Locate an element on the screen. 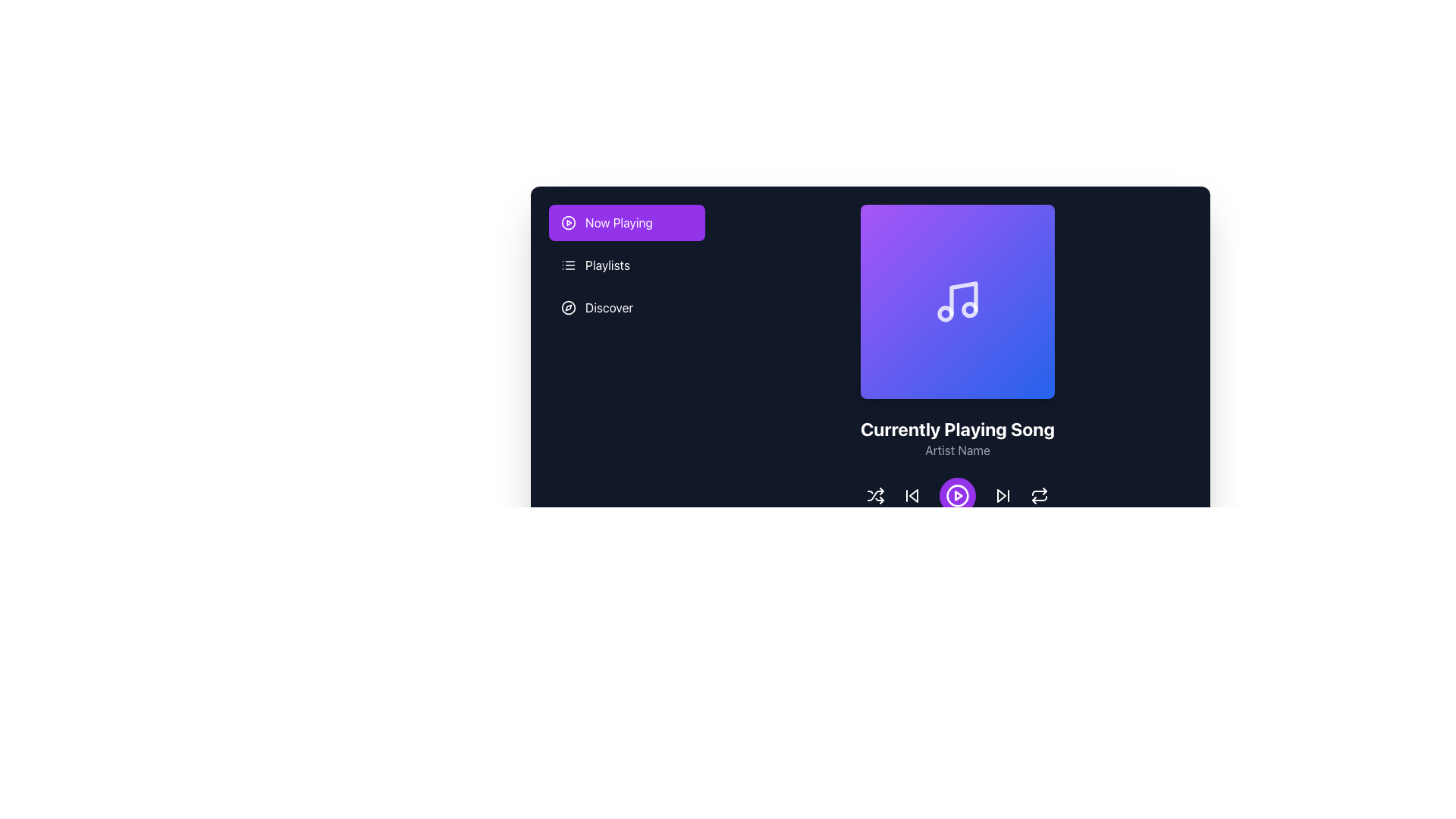  the 'Playlists' text label, which is displayed in white color within a dark background as part of a navigation menu, to initiate an action related to playlists is located at coordinates (607, 265).